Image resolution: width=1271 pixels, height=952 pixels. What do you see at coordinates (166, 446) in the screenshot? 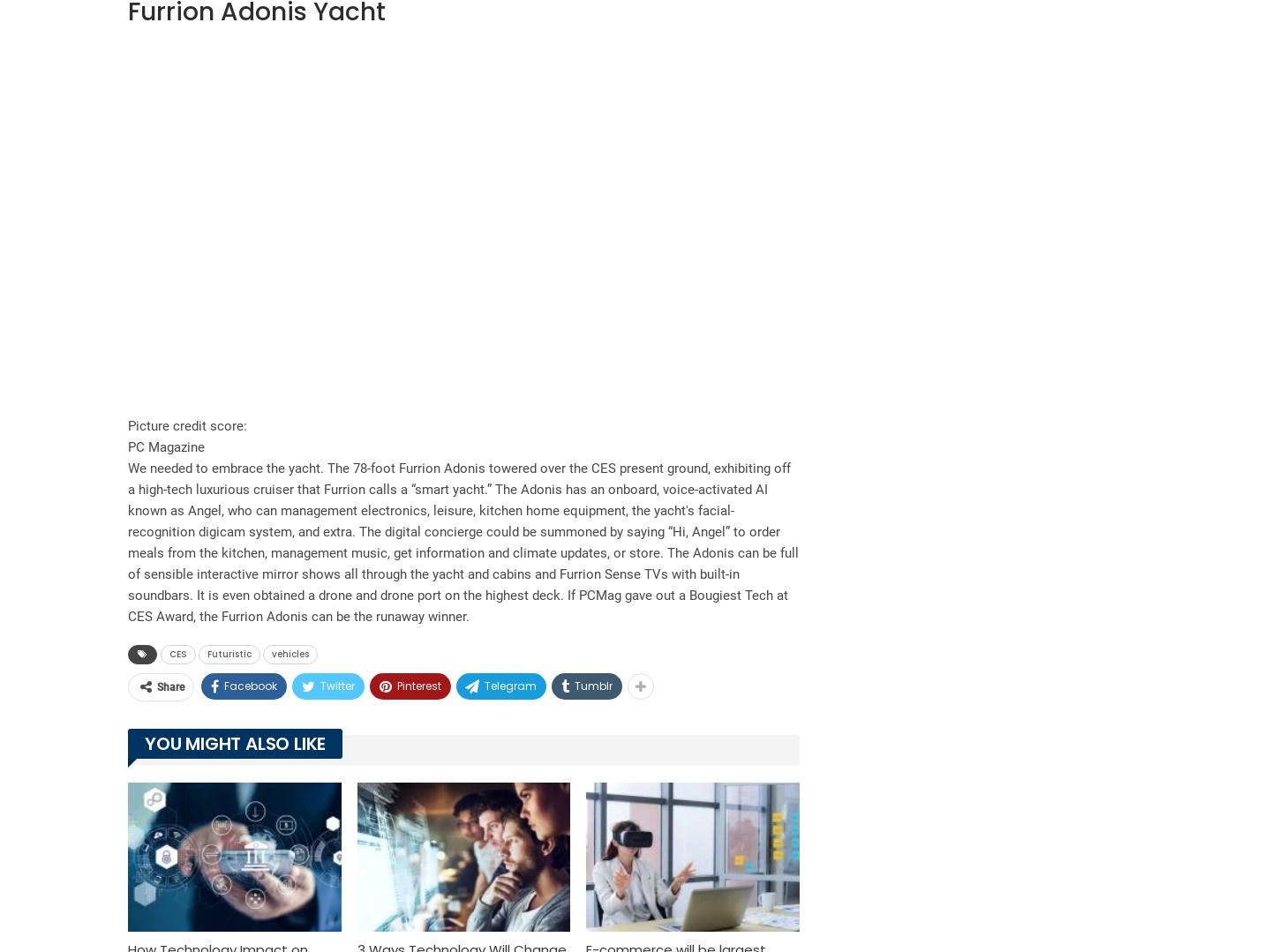
I see `'PC Magazine'` at bounding box center [166, 446].